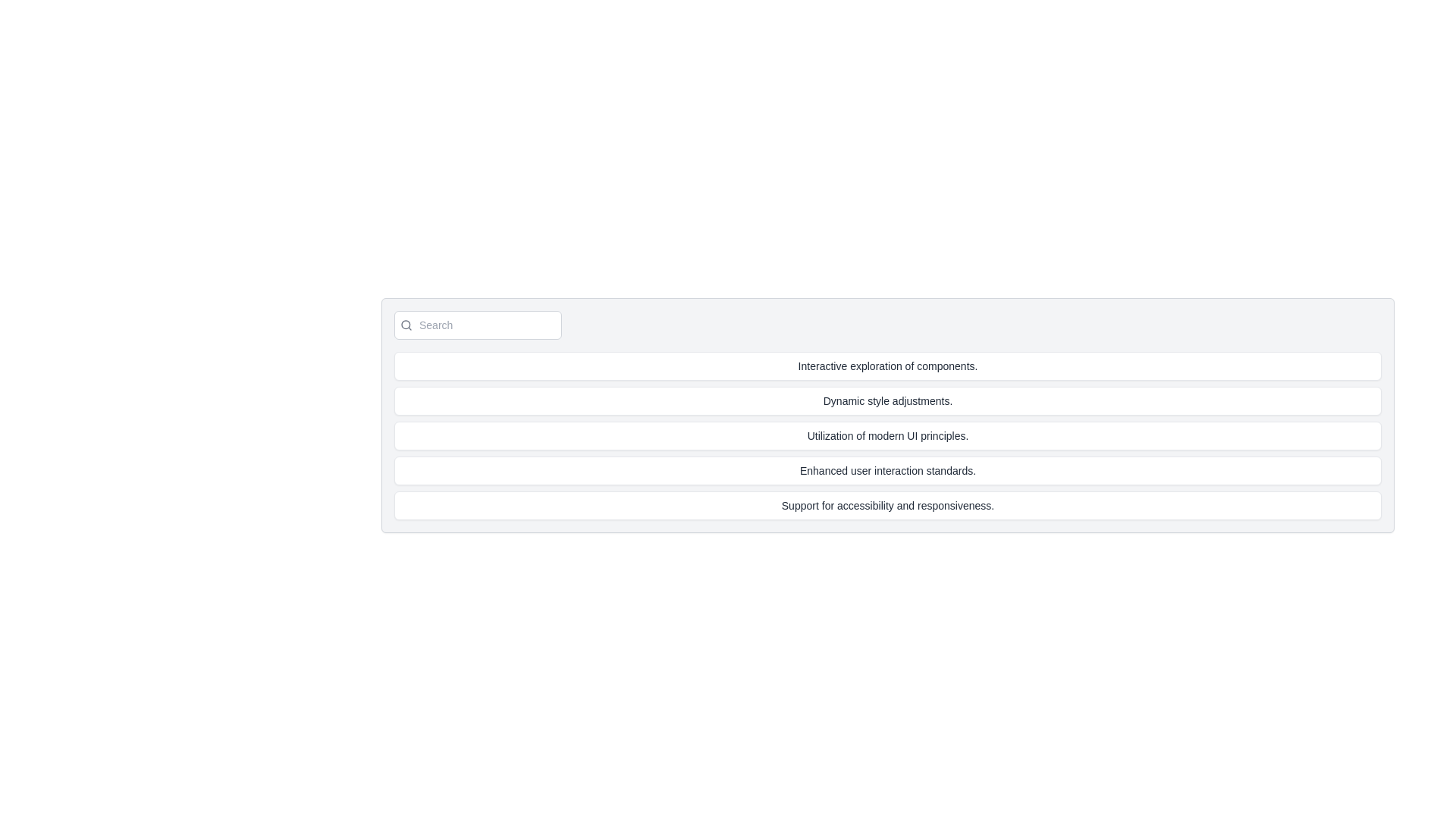 This screenshot has width=1456, height=819. I want to click on the interactive lowercase letter 'i' which is the 33rd character in the sentence 'Enhanced user interaction standards.' within the fourth list item, so click(910, 470).